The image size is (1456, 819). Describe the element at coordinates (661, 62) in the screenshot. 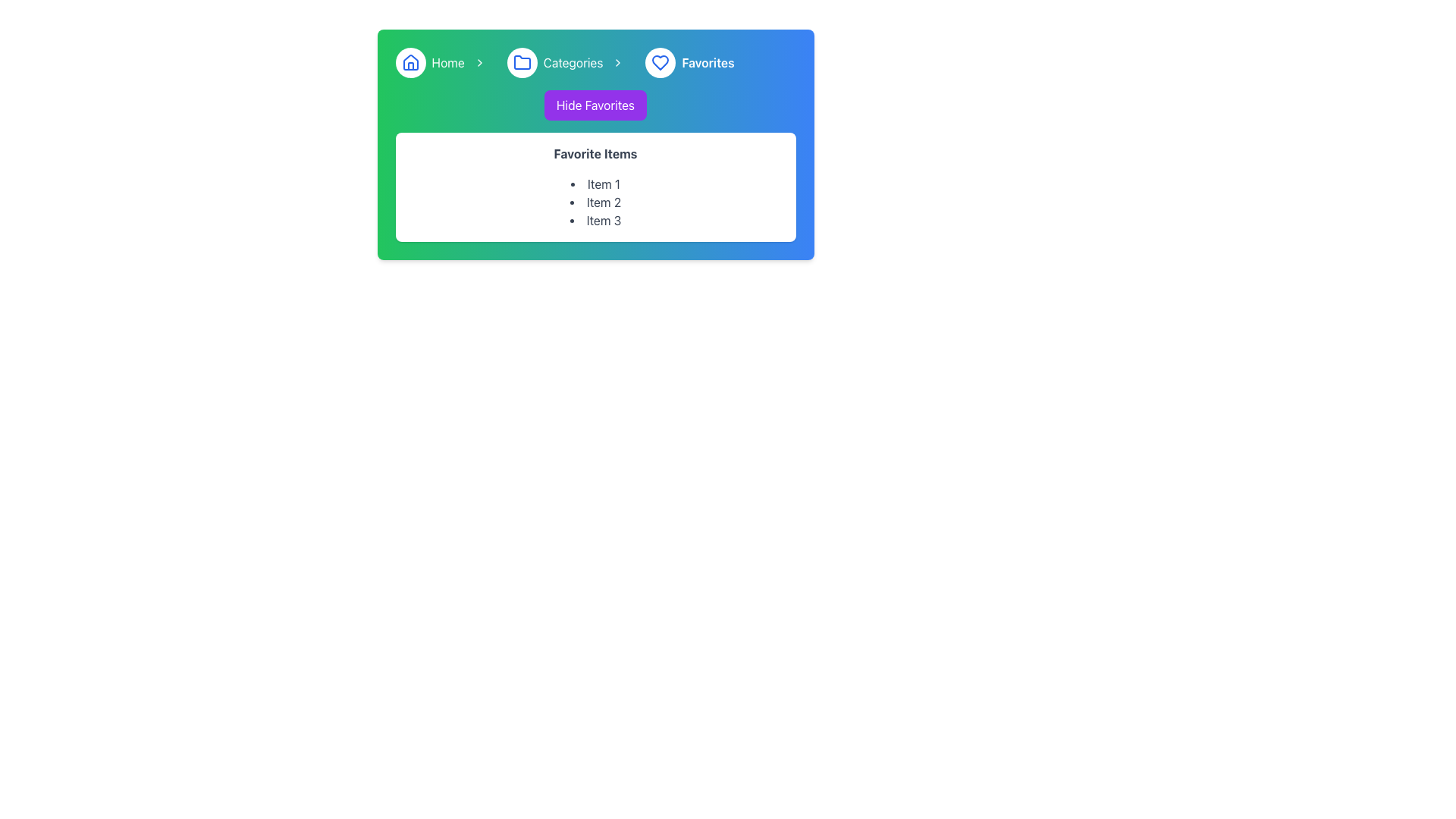

I see `the heart-shaped SVG icon with a thin blue border located next to the 'Favorites' label in the breadcrumb navigation` at that location.